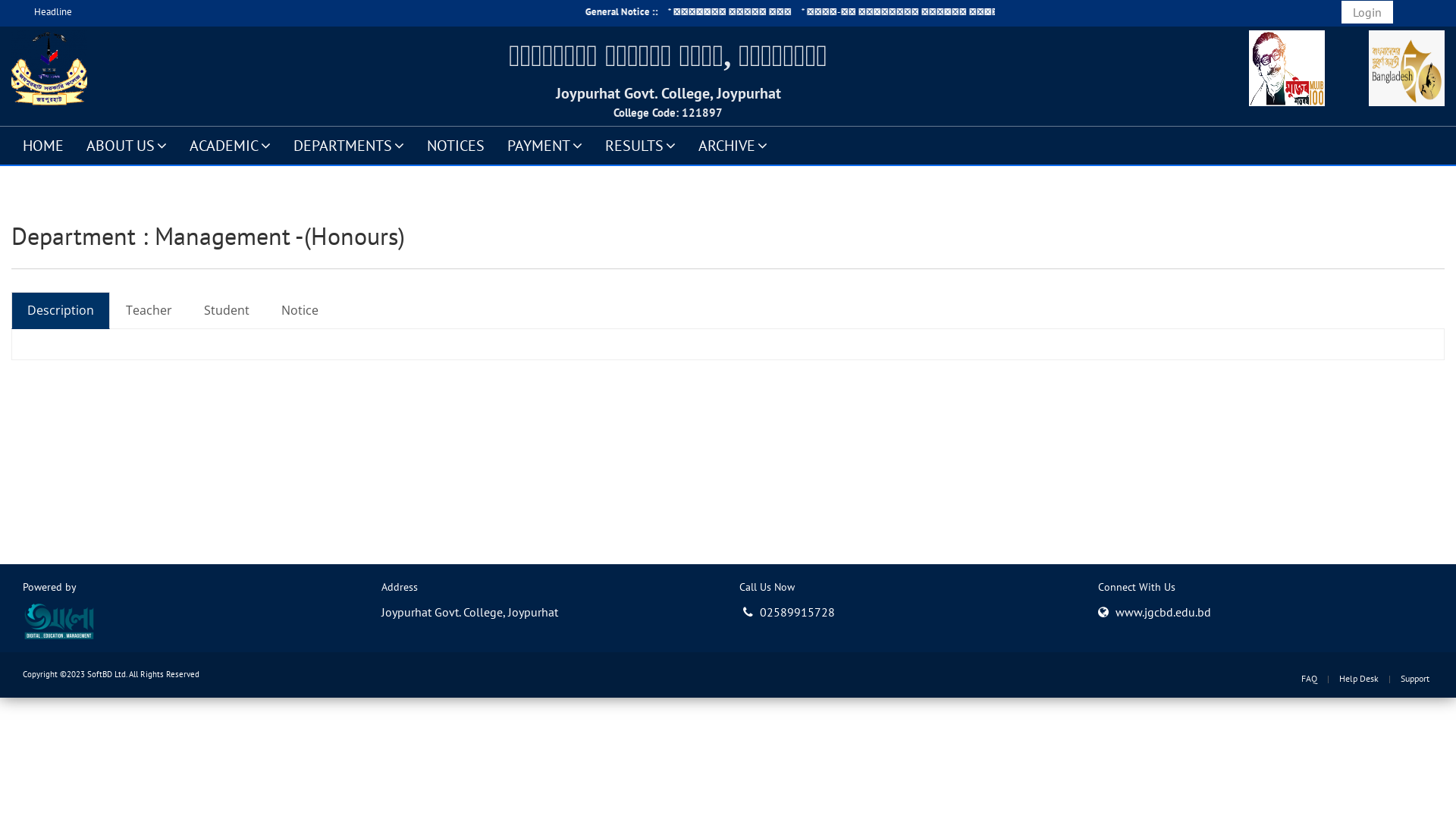 This screenshot has height=819, width=1456. Describe the element at coordinates (742, 610) in the screenshot. I see `'02589915728'` at that location.